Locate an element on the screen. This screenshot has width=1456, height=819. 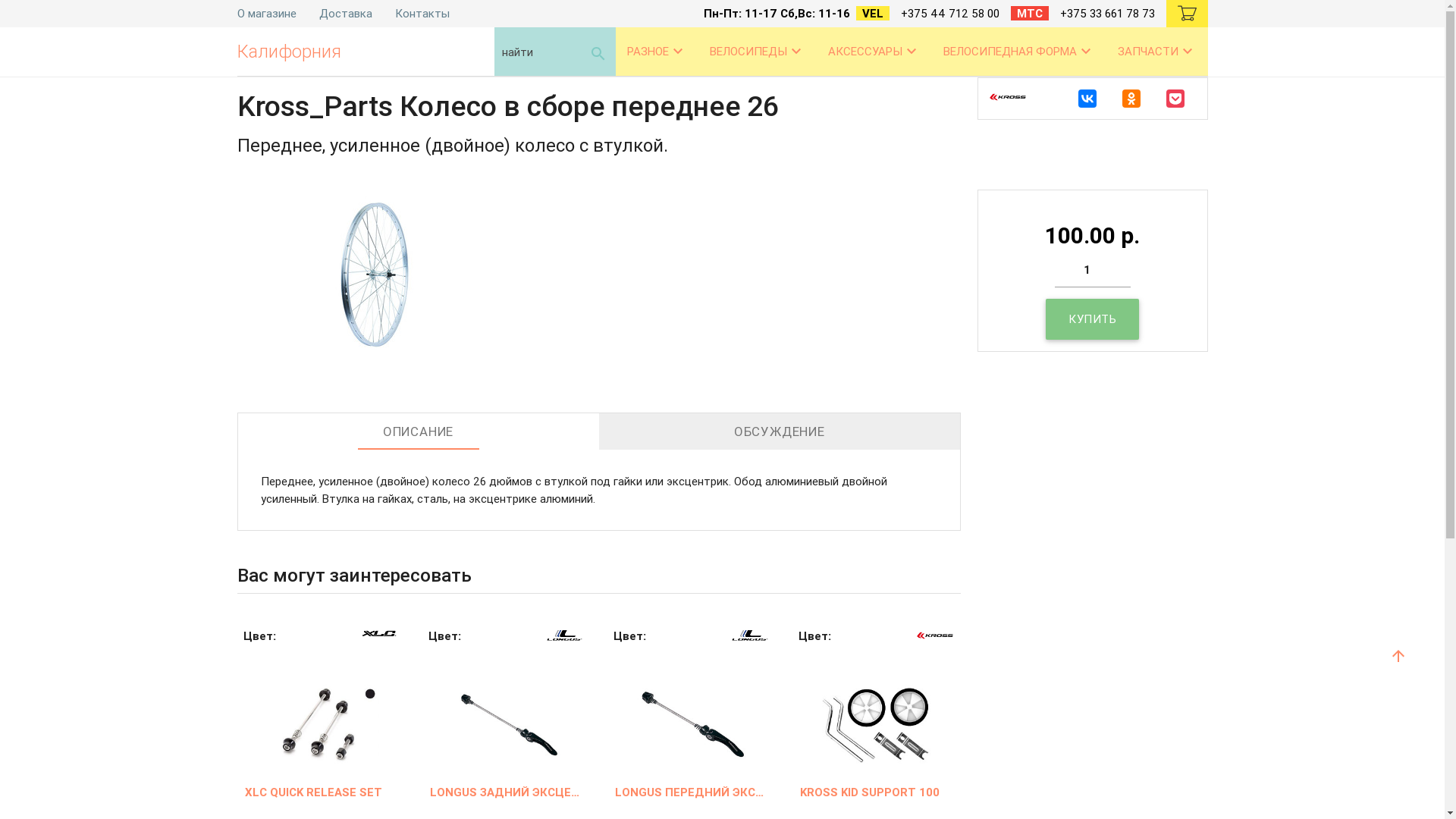
'KROSS KID SUPPORT 100' is located at coordinates (877, 792).